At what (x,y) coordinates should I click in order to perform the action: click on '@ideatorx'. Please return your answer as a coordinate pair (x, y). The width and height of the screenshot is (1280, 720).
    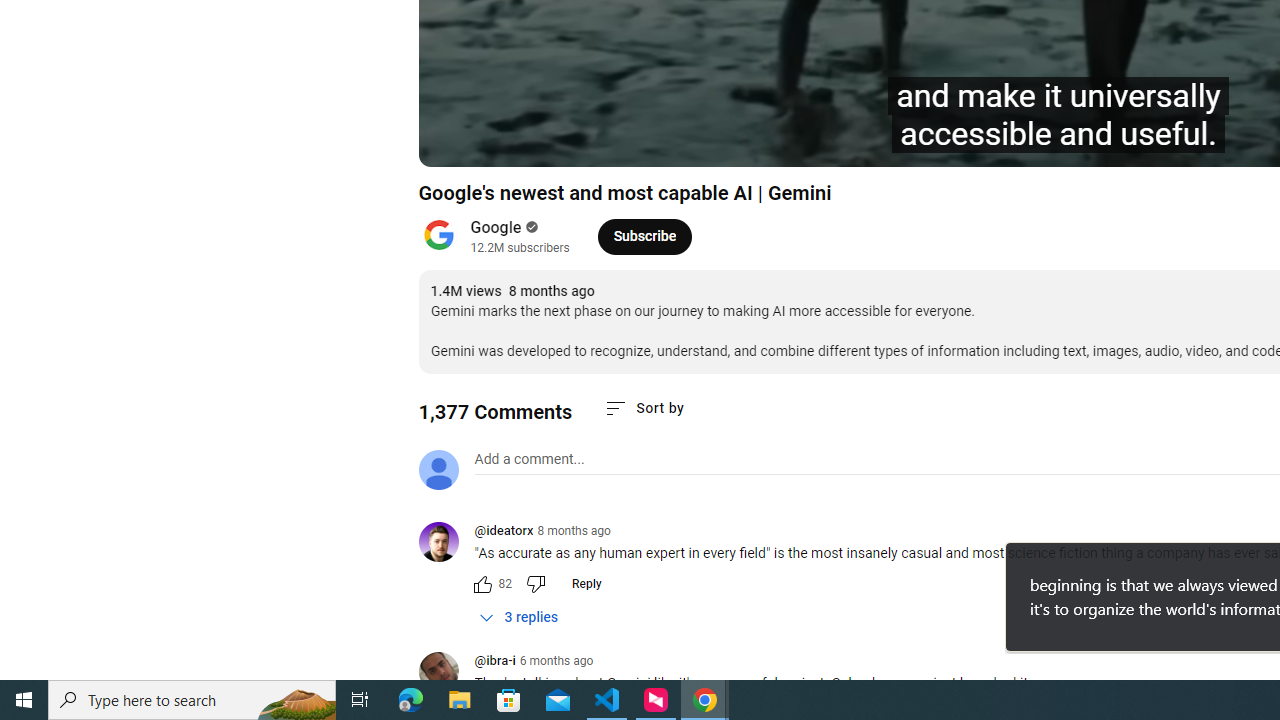
    Looking at the image, I should click on (445, 543).